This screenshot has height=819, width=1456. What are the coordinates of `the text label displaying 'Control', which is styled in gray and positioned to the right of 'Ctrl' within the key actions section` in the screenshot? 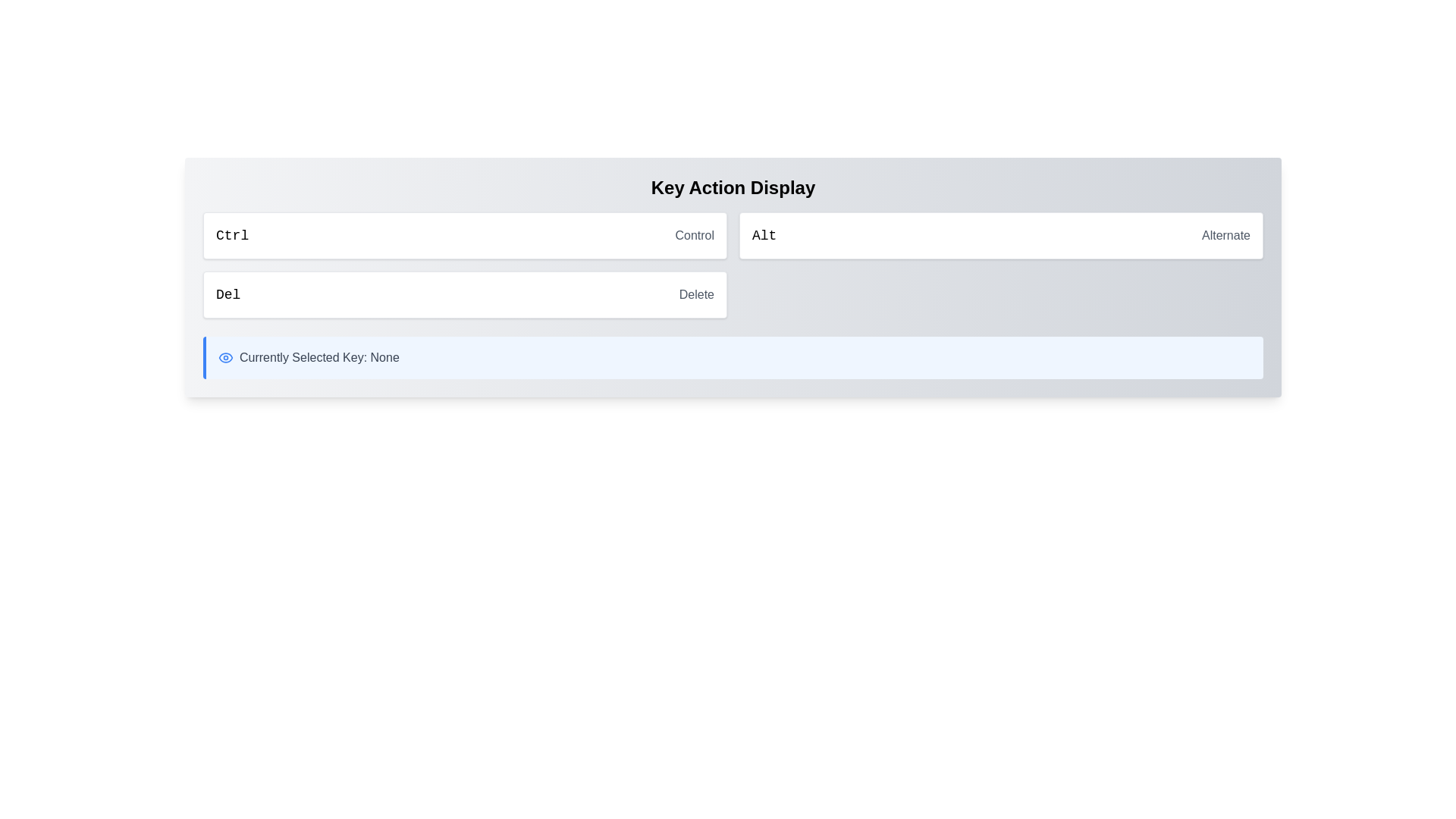 It's located at (694, 236).